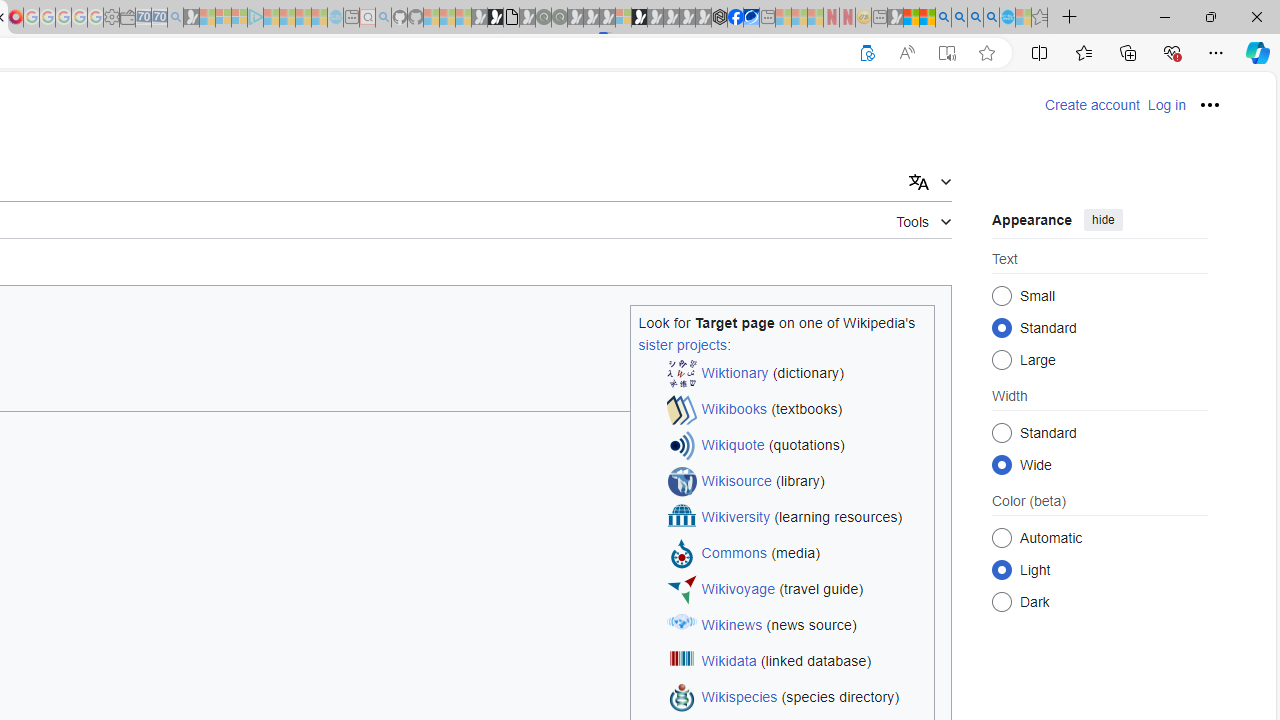 Image resolution: width=1280 pixels, height=720 pixels. What do you see at coordinates (110, 17) in the screenshot?
I see `'Settings - Sleeping'` at bounding box center [110, 17].